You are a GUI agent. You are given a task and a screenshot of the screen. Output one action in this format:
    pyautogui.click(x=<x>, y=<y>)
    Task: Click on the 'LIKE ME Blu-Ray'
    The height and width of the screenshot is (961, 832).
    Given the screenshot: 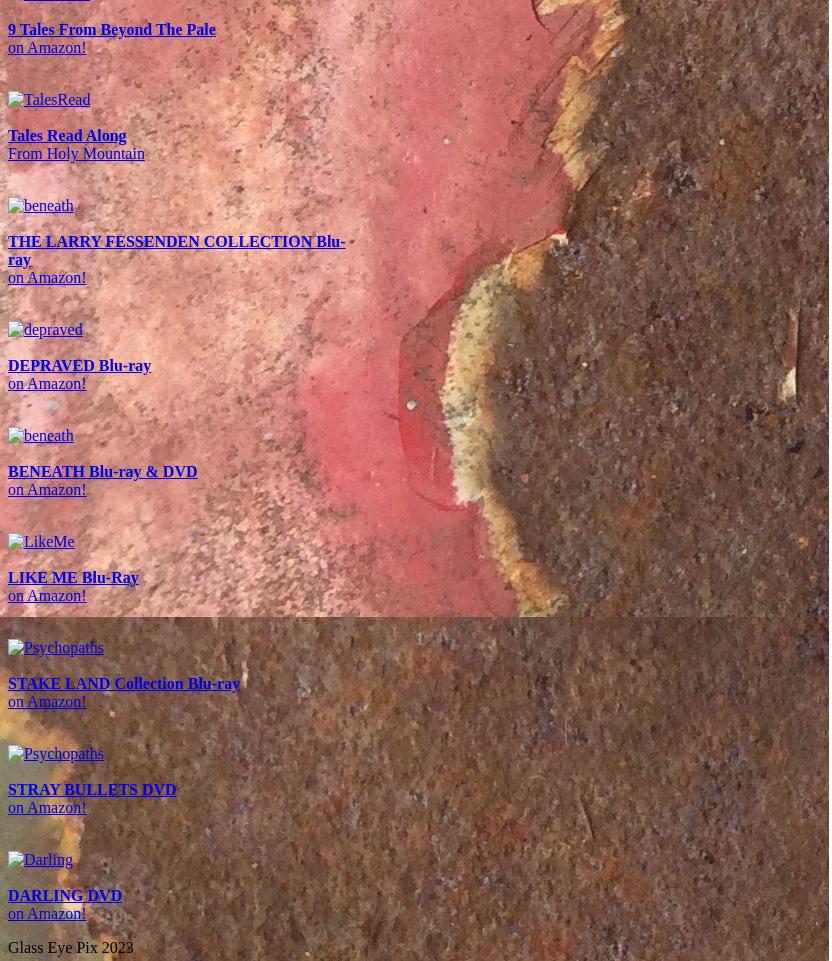 What is the action you would take?
    pyautogui.click(x=71, y=575)
    